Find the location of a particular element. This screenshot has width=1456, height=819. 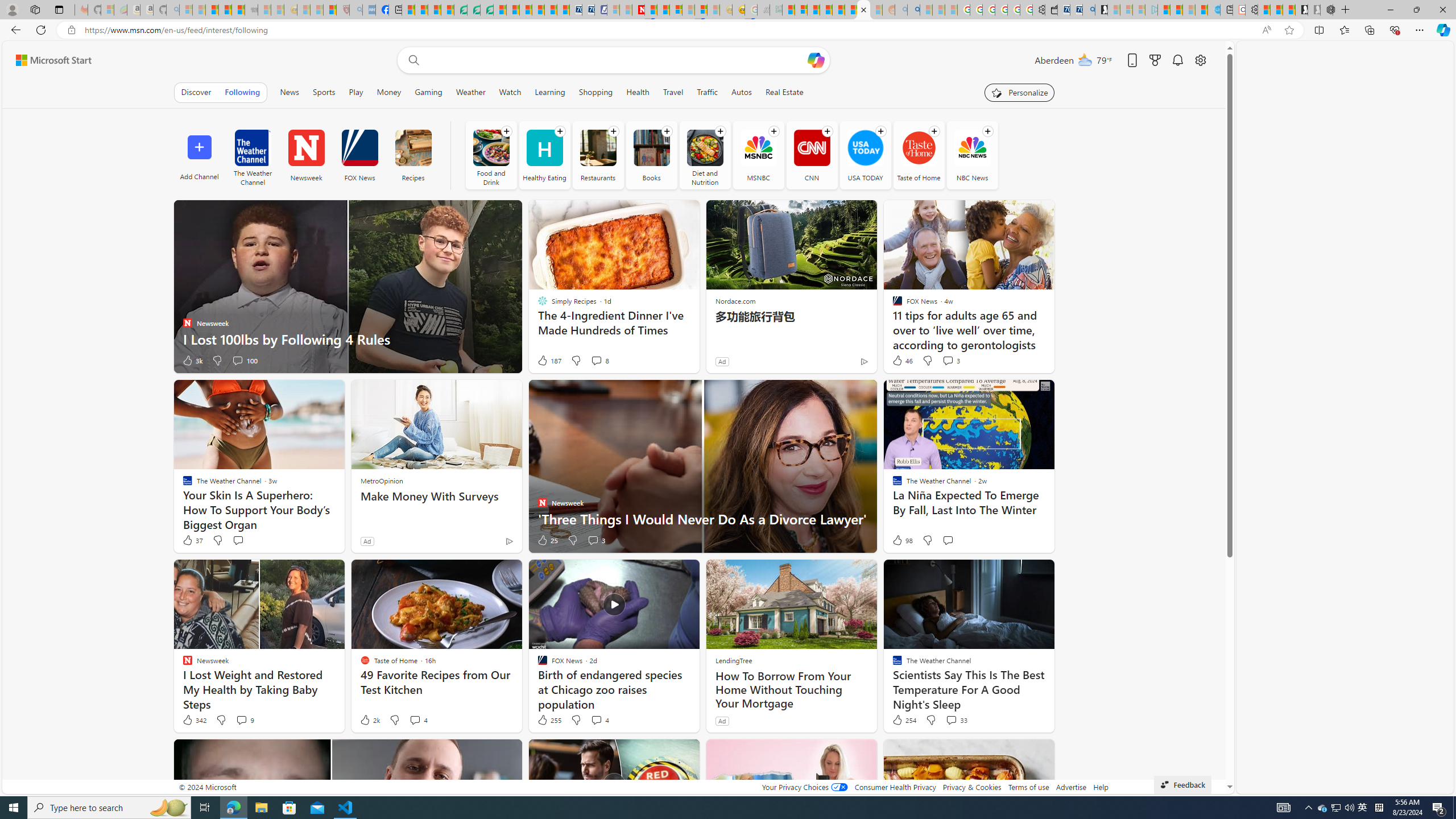

'Gaming' is located at coordinates (428, 92).